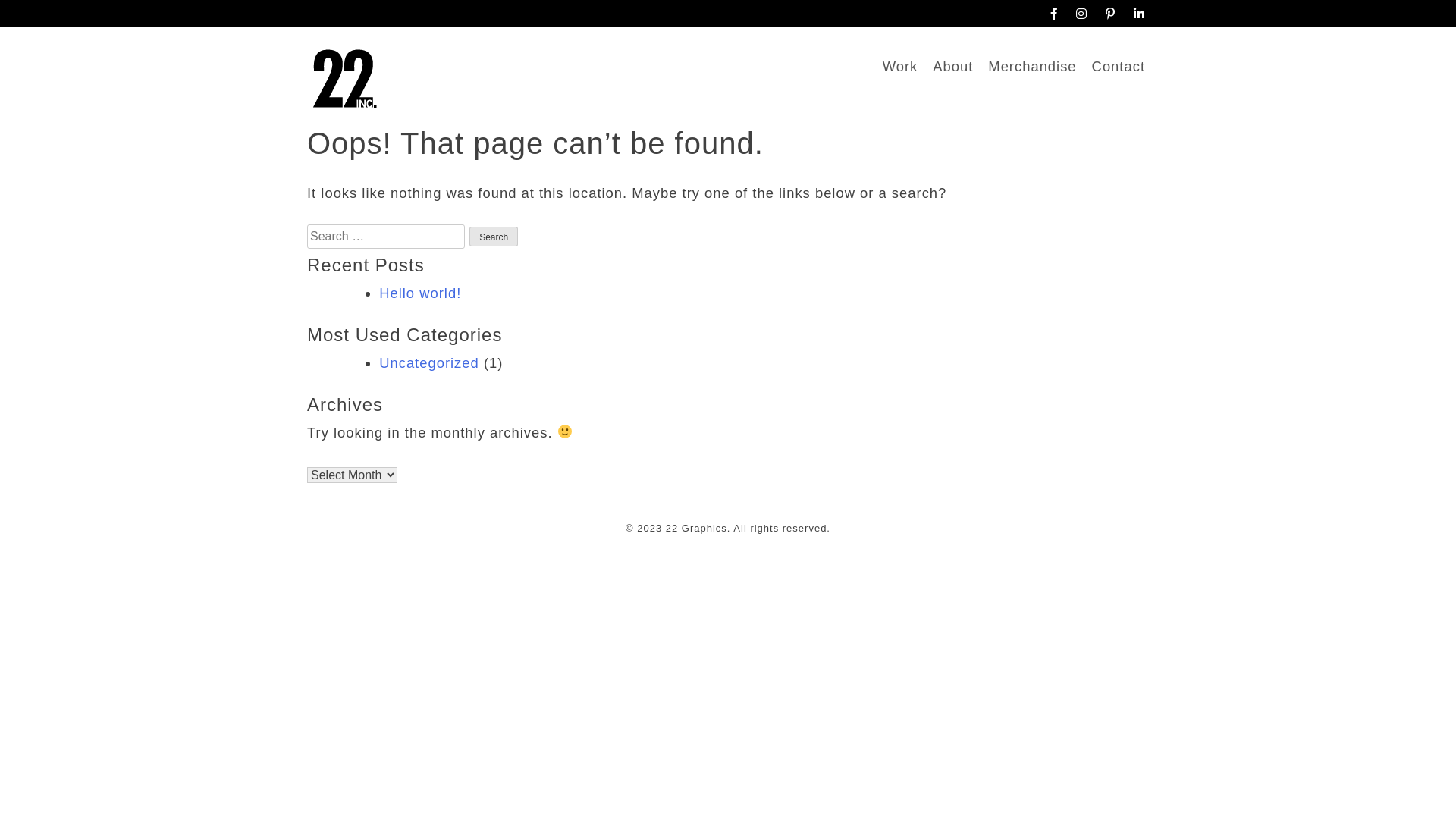  I want to click on 'Search', so click(469, 237).